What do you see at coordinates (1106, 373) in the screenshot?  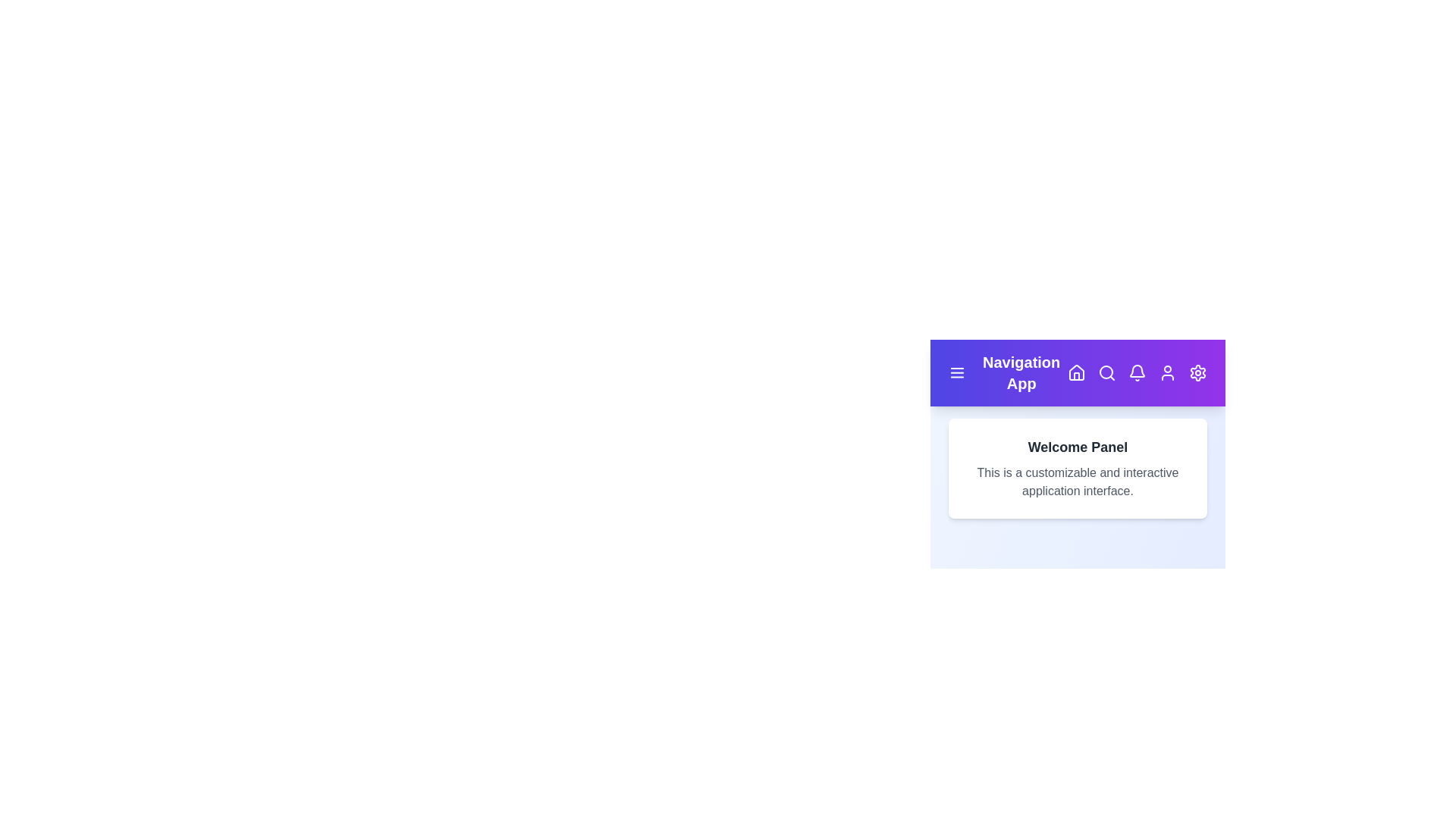 I see `the Search icon in the navigation bar to navigate to its respective section` at bounding box center [1106, 373].